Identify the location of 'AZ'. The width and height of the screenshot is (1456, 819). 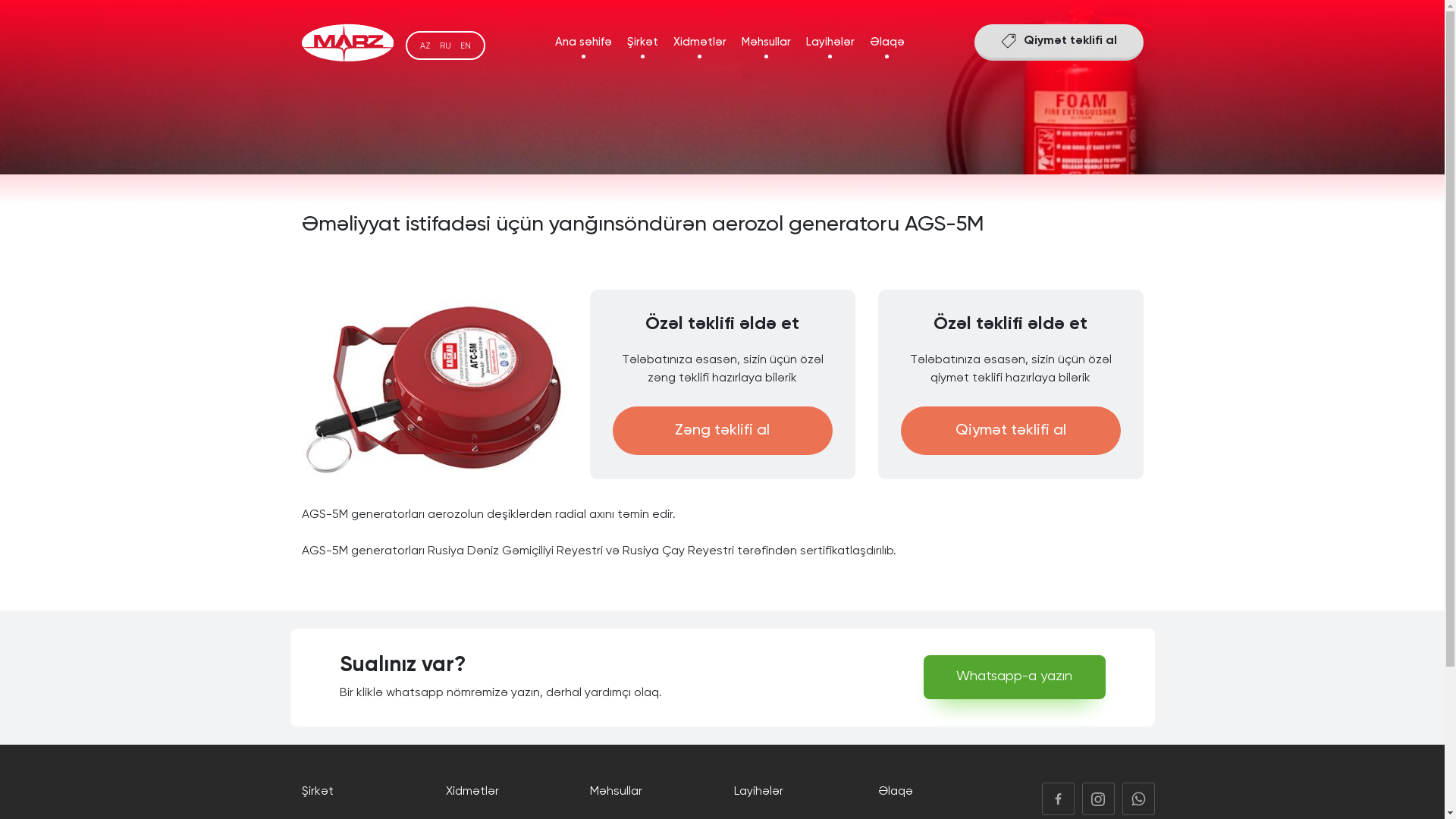
(425, 45).